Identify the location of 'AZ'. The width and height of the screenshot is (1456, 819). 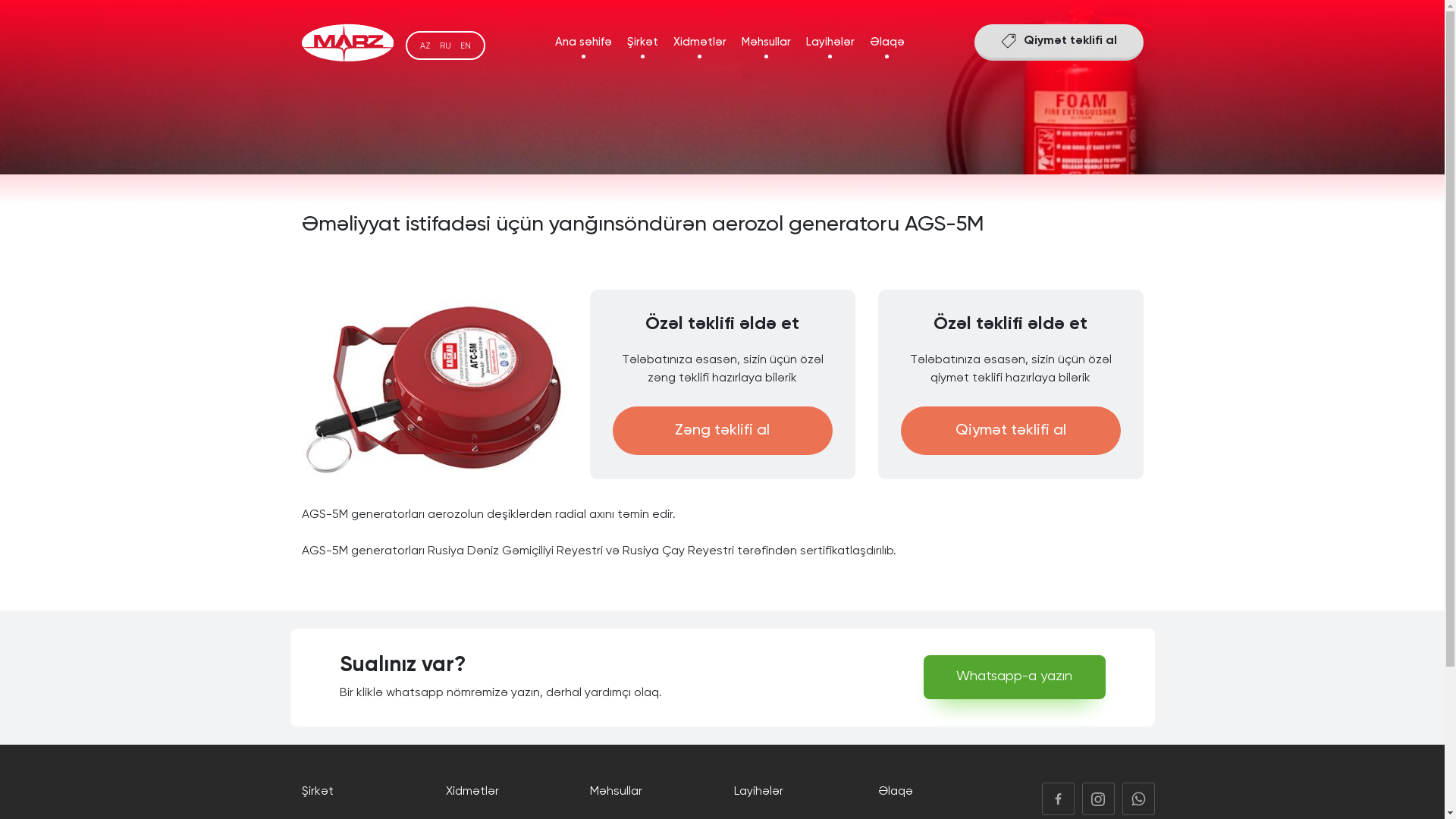
(425, 45).